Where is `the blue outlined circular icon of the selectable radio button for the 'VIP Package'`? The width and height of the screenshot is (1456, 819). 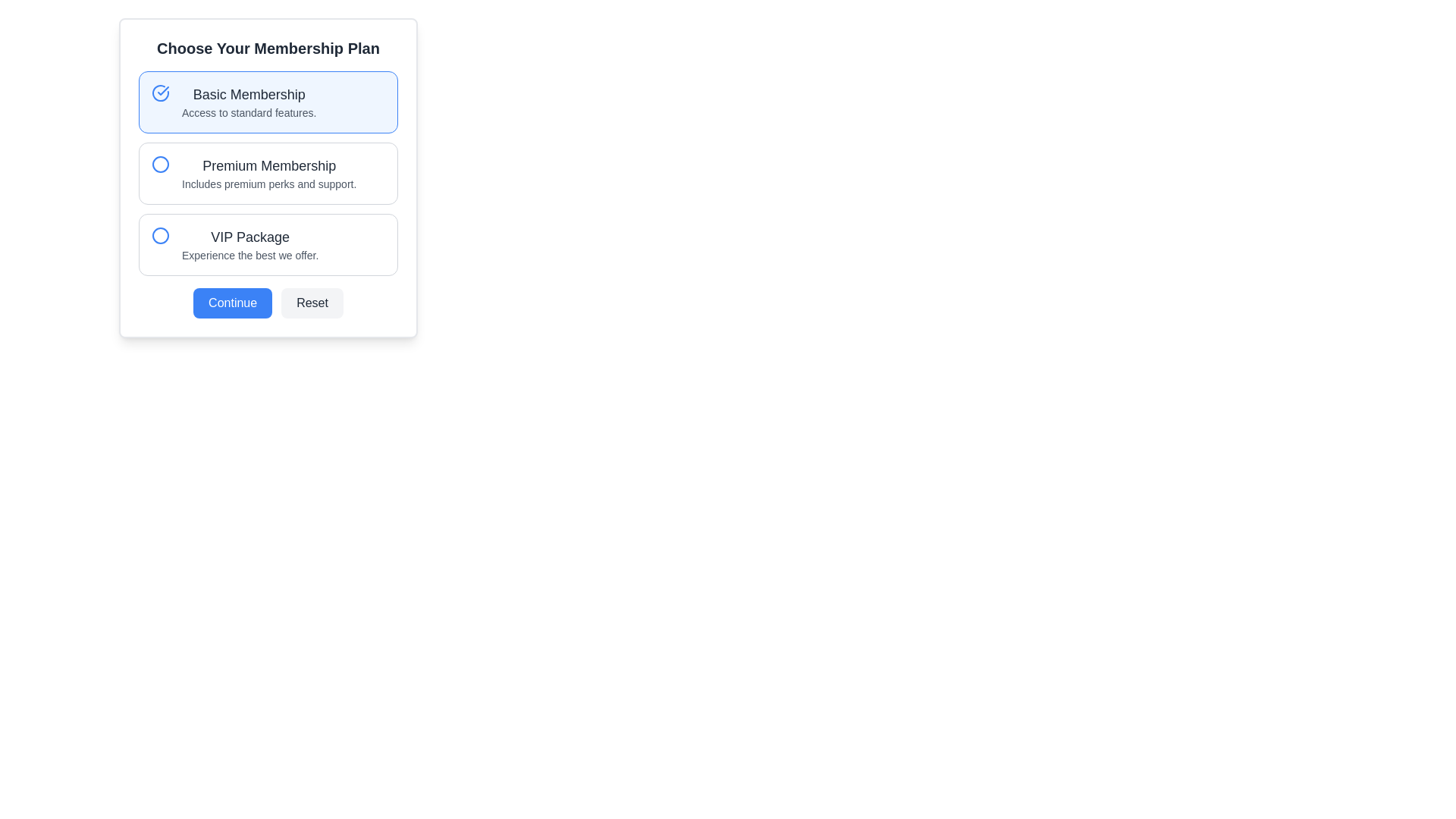 the blue outlined circular icon of the selectable radio button for the 'VIP Package' is located at coordinates (160, 236).